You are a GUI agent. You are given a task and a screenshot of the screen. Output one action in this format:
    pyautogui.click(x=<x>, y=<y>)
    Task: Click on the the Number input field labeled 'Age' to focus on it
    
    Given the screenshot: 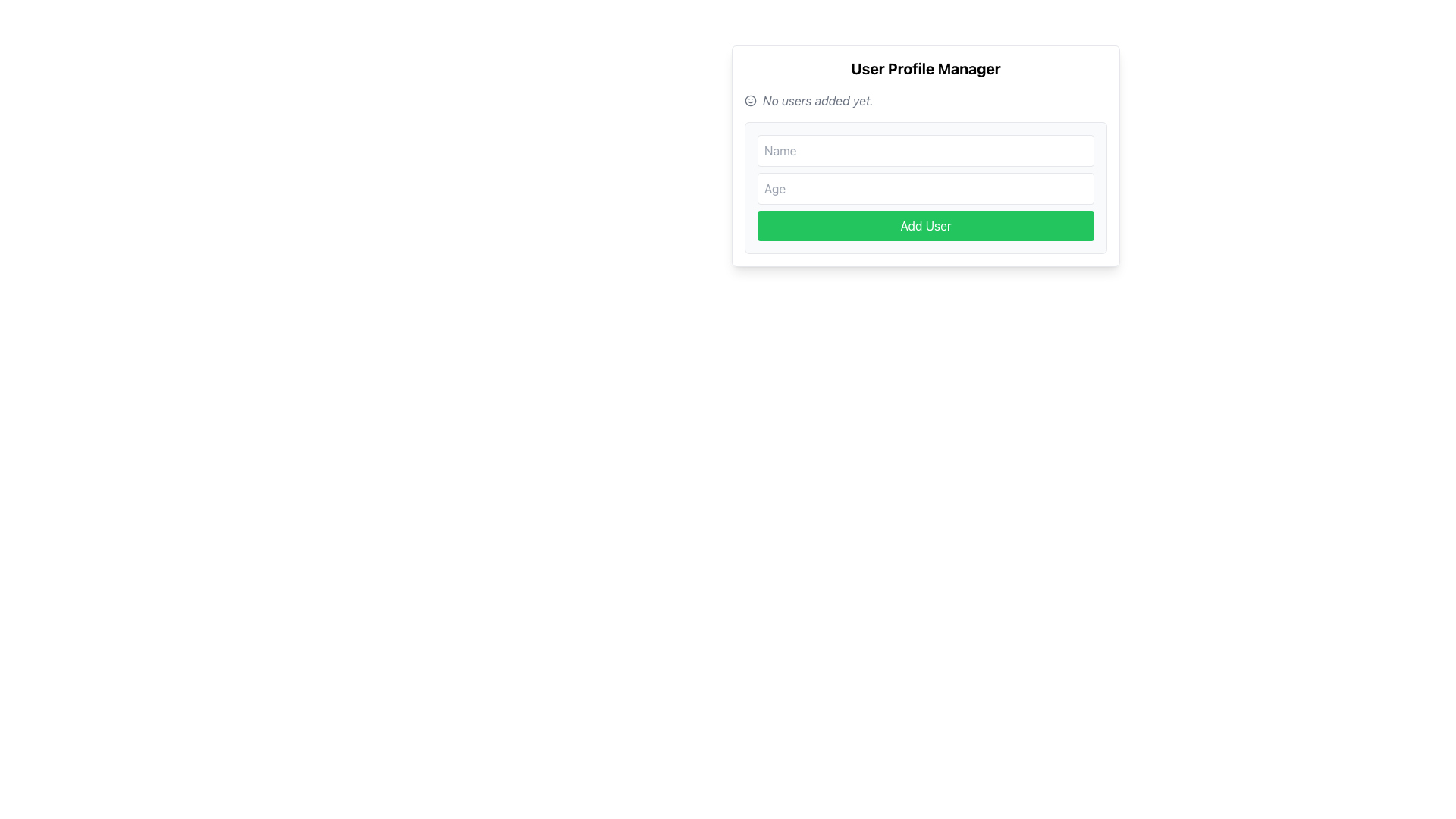 What is the action you would take?
    pyautogui.click(x=924, y=188)
    